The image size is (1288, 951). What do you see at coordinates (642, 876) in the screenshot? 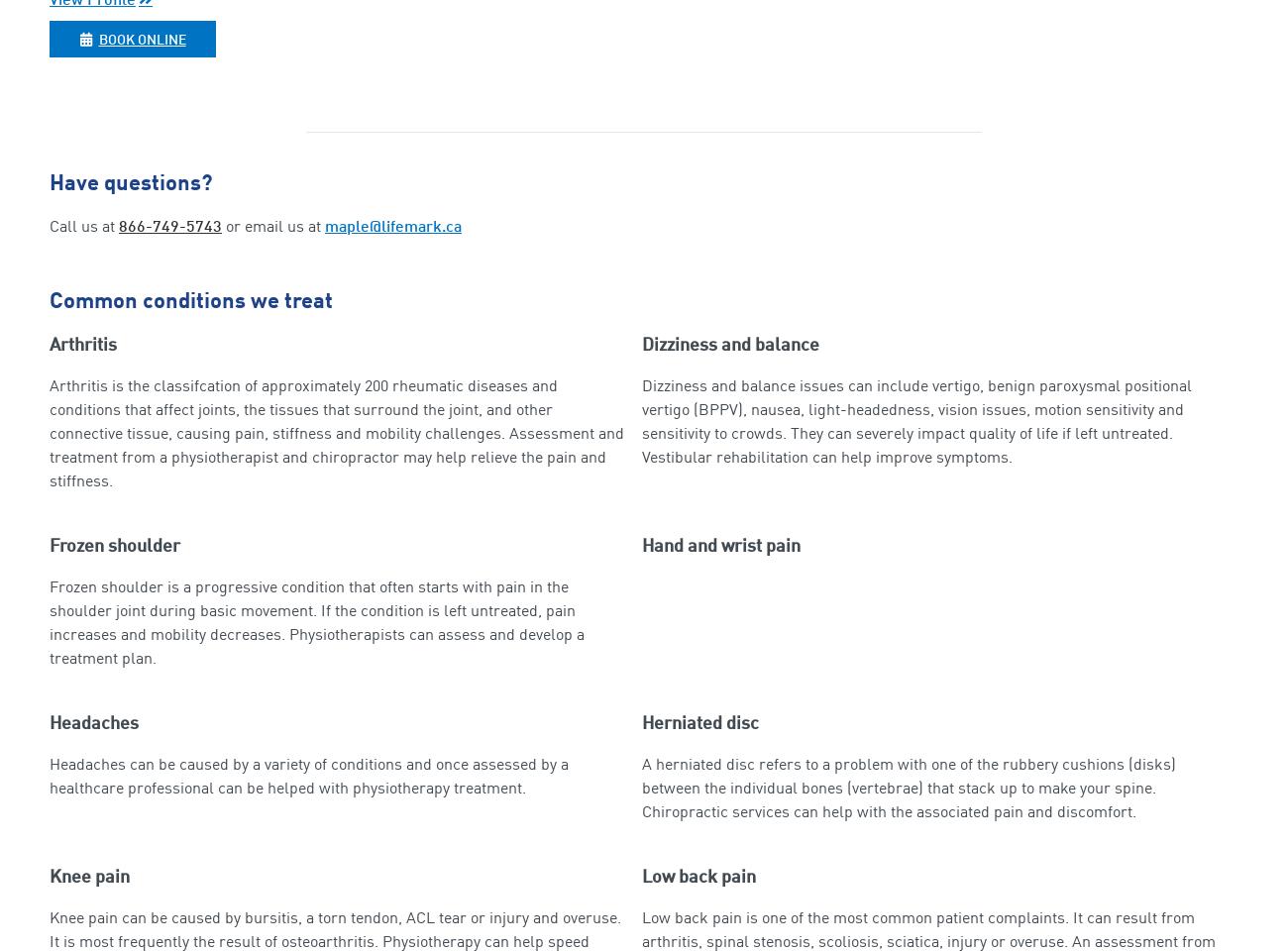
I see `'Low back pain'` at bounding box center [642, 876].